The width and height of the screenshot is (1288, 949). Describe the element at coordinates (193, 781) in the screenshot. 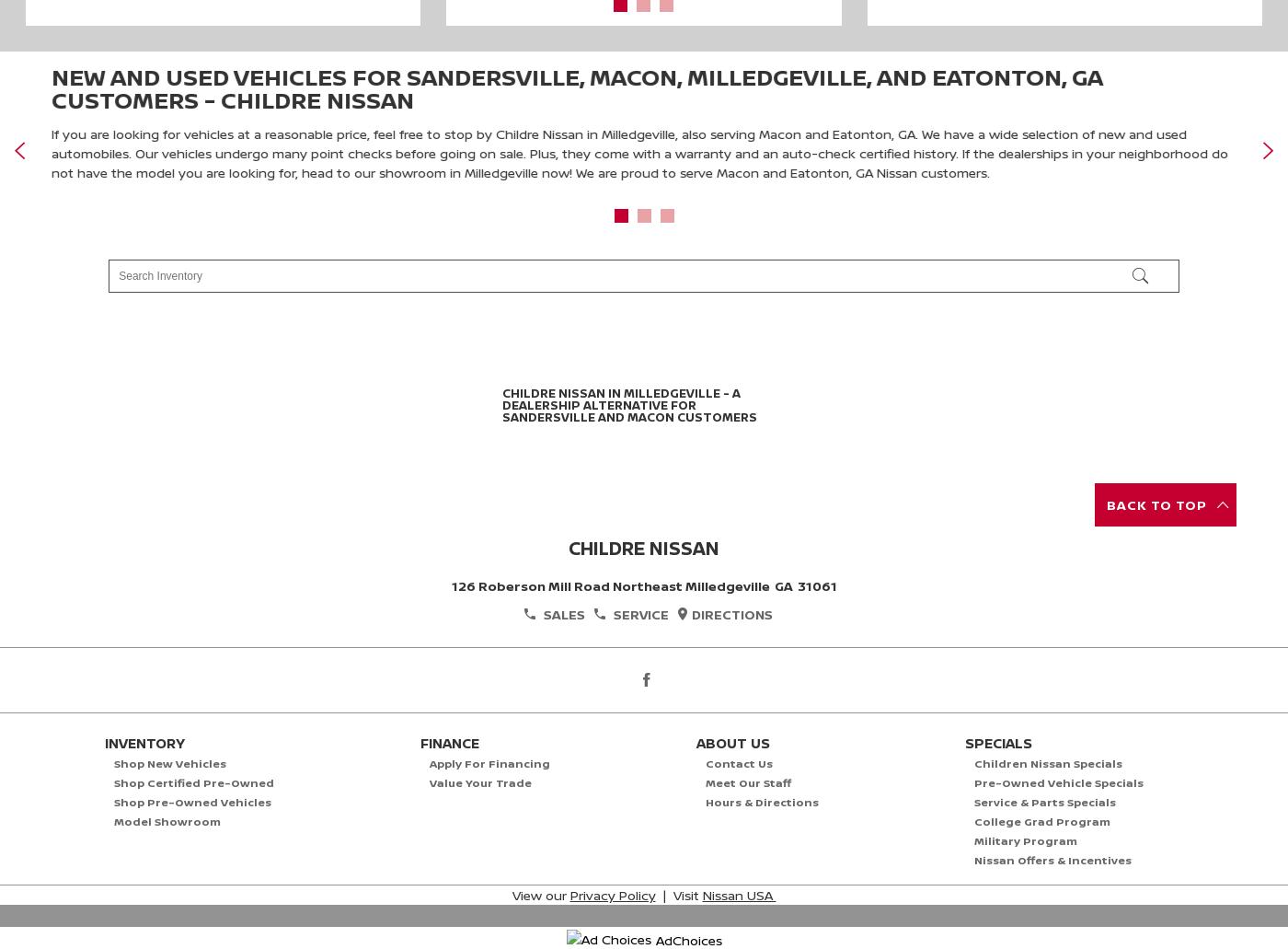

I see `'Shop Certified Pre-Owned'` at that location.